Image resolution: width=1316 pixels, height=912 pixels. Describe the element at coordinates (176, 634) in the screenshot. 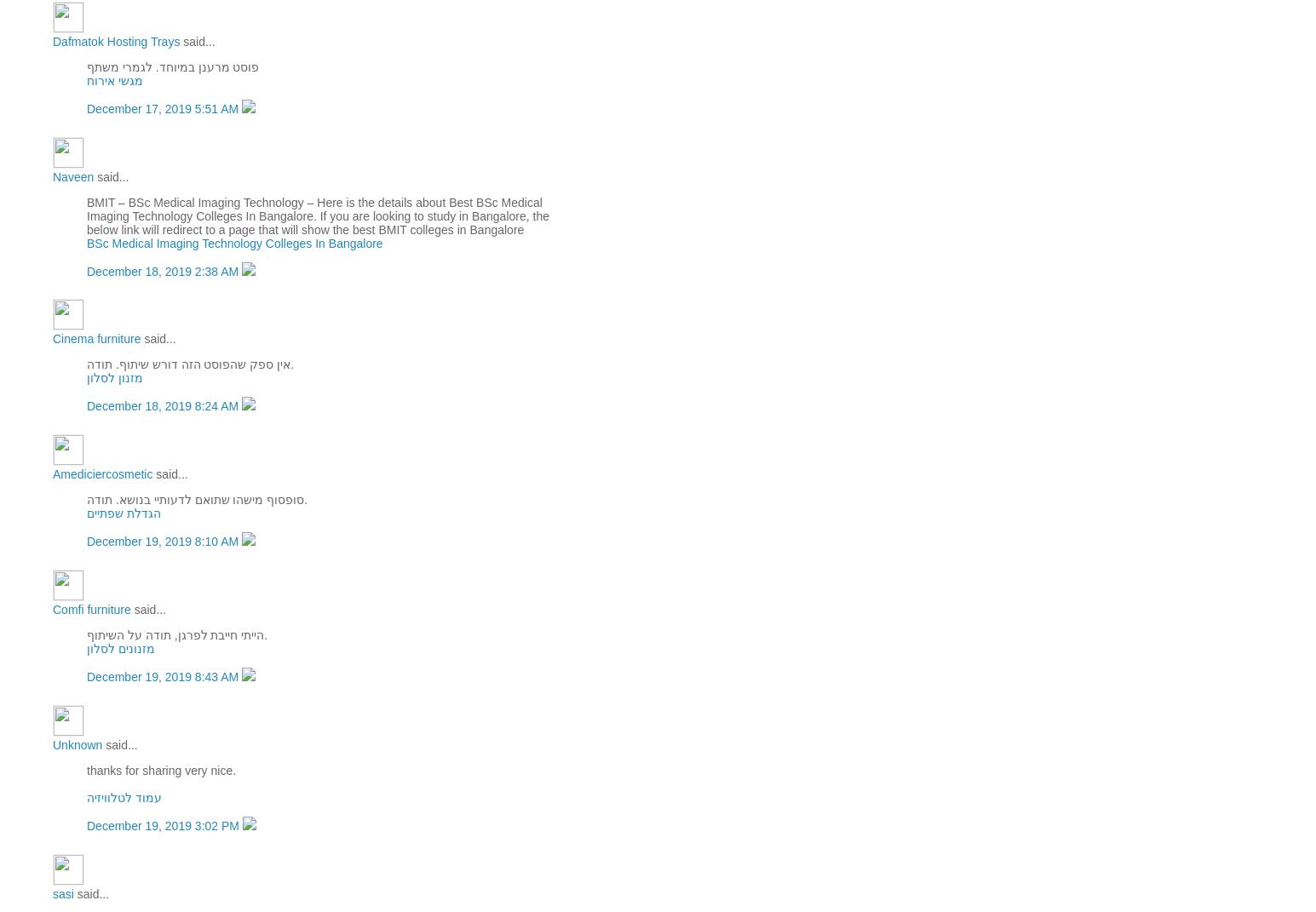

I see `'הייתי חייבת לפרגן, תודה על השיתוף.'` at that location.